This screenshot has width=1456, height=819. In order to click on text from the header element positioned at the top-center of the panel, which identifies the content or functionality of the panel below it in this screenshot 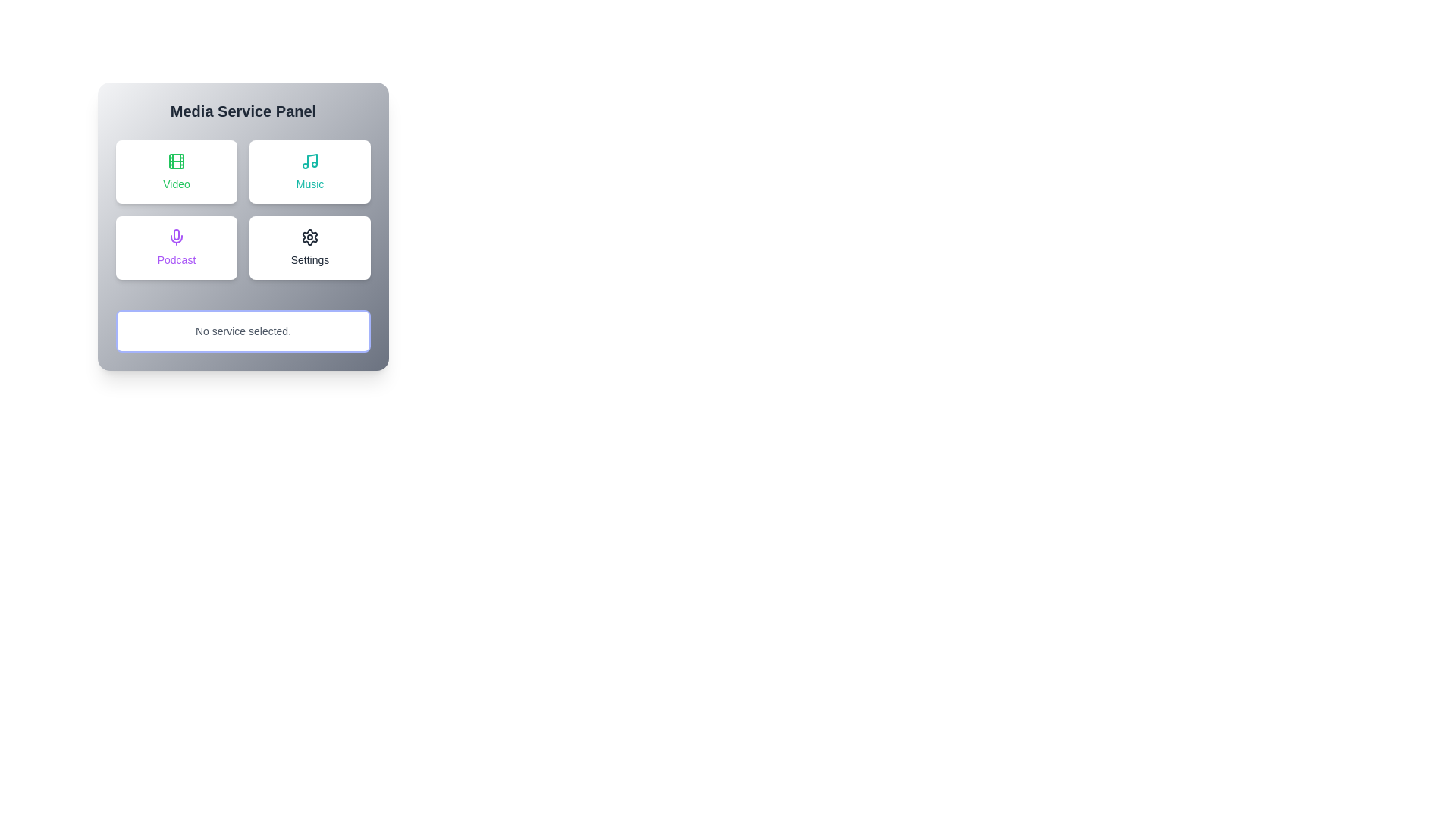, I will do `click(243, 110)`.